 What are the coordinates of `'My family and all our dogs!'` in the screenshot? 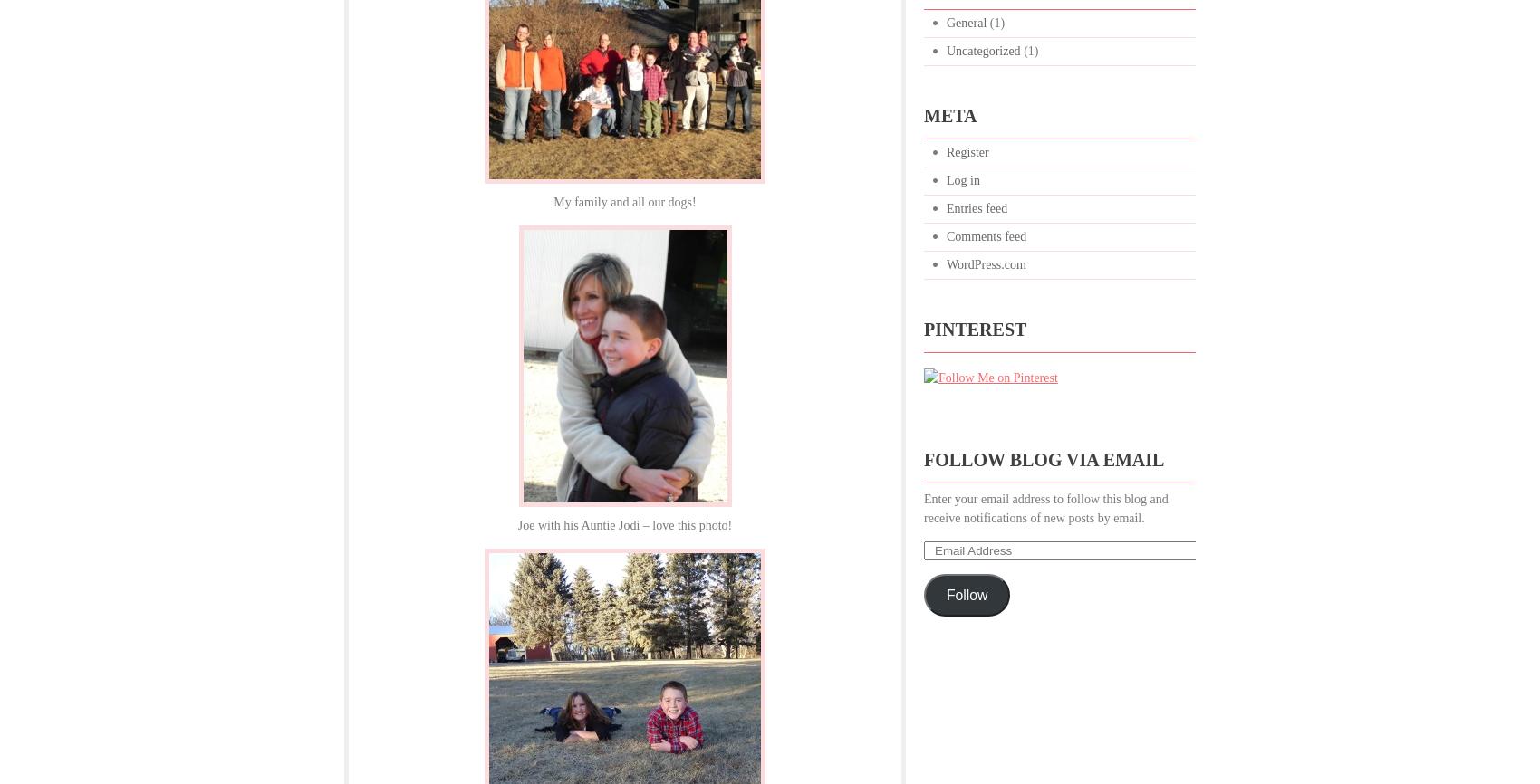 It's located at (552, 201).